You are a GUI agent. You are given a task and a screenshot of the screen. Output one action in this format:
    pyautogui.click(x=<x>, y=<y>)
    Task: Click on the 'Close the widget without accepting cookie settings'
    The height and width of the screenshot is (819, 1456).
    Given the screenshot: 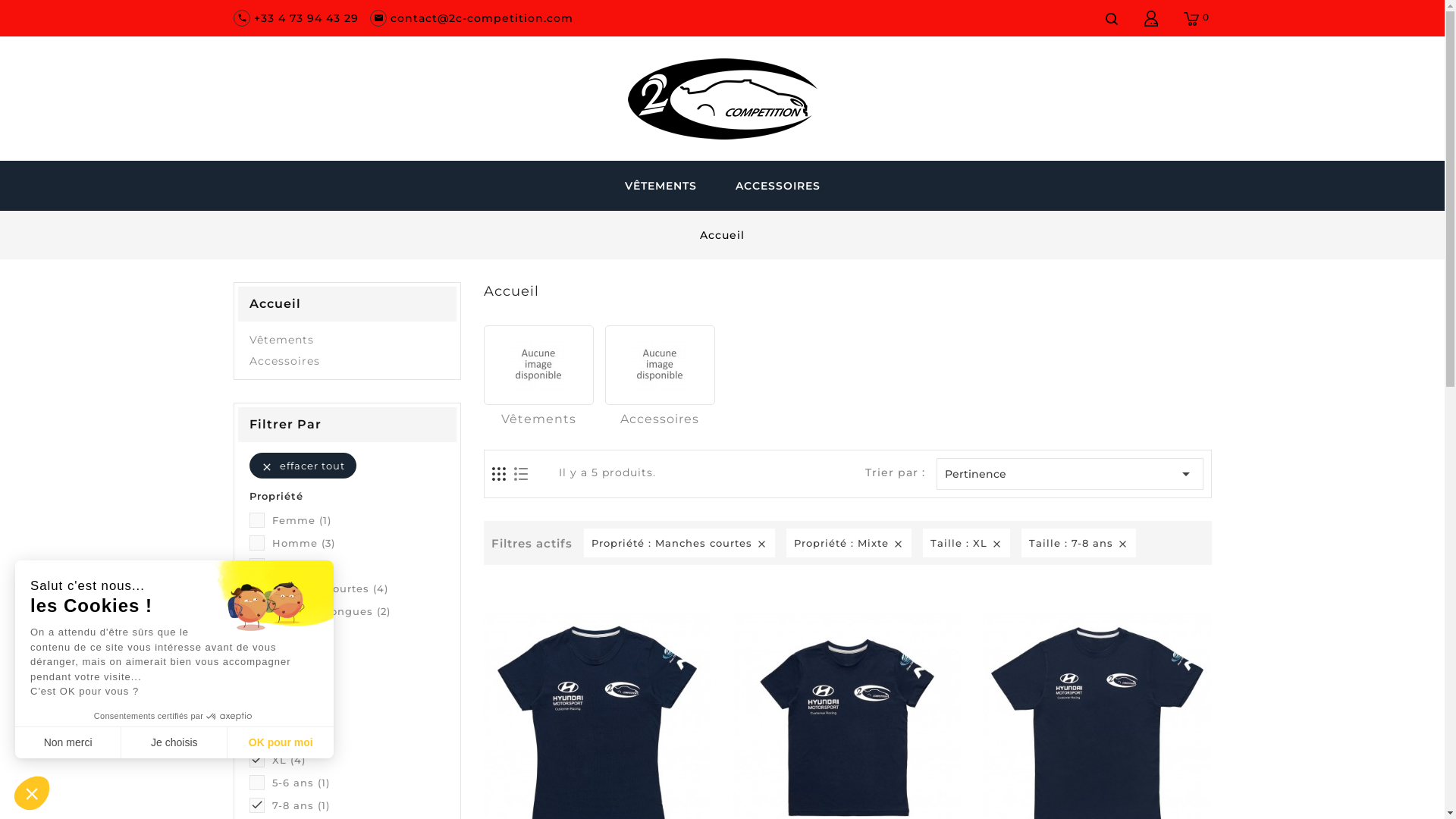 What is the action you would take?
    pyautogui.click(x=14, y=792)
    